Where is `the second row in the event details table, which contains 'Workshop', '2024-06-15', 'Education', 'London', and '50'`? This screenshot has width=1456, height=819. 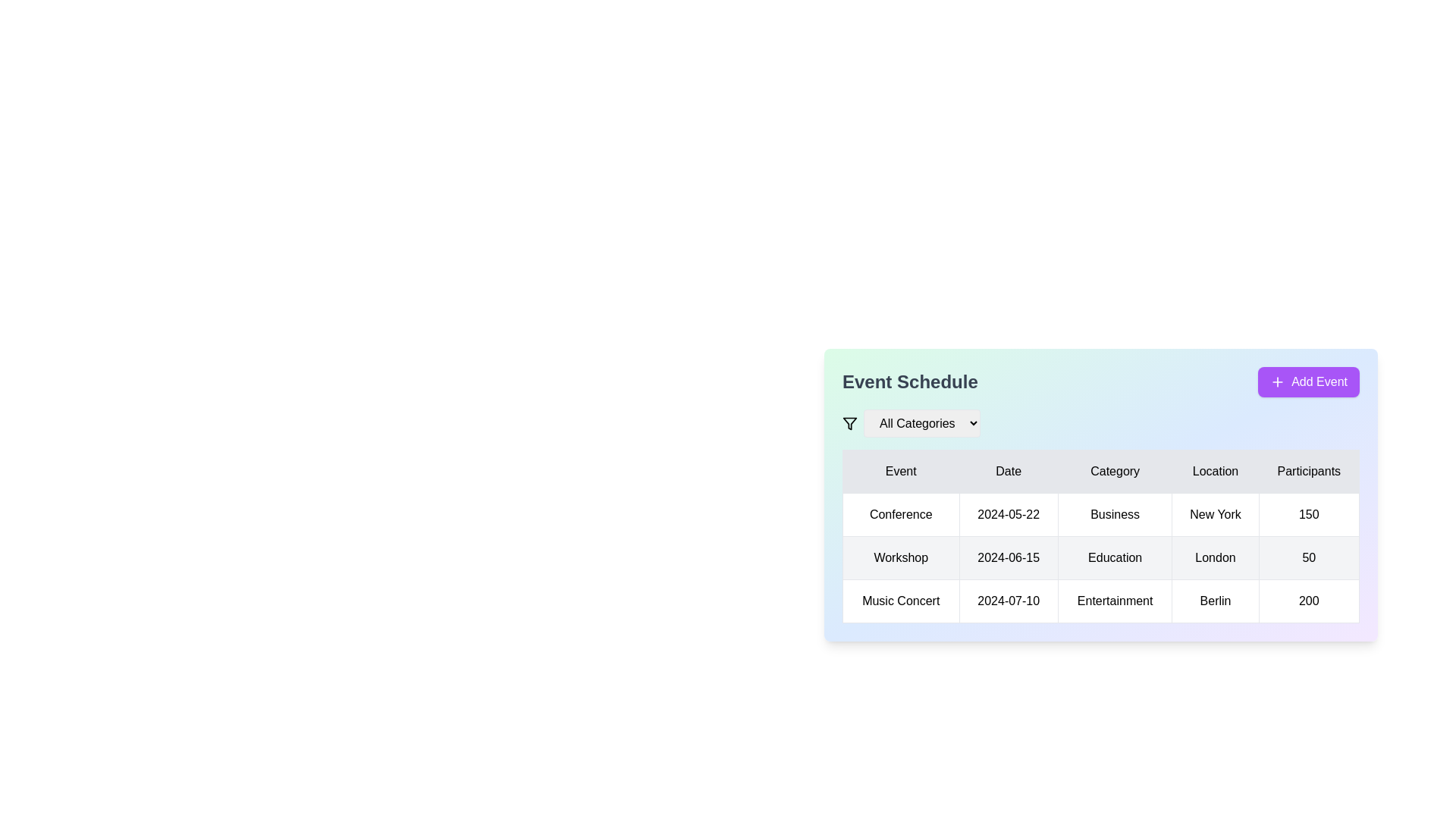
the second row in the event details table, which contains 'Workshop', '2024-06-15', 'Education', 'London', and '50' is located at coordinates (1100, 558).